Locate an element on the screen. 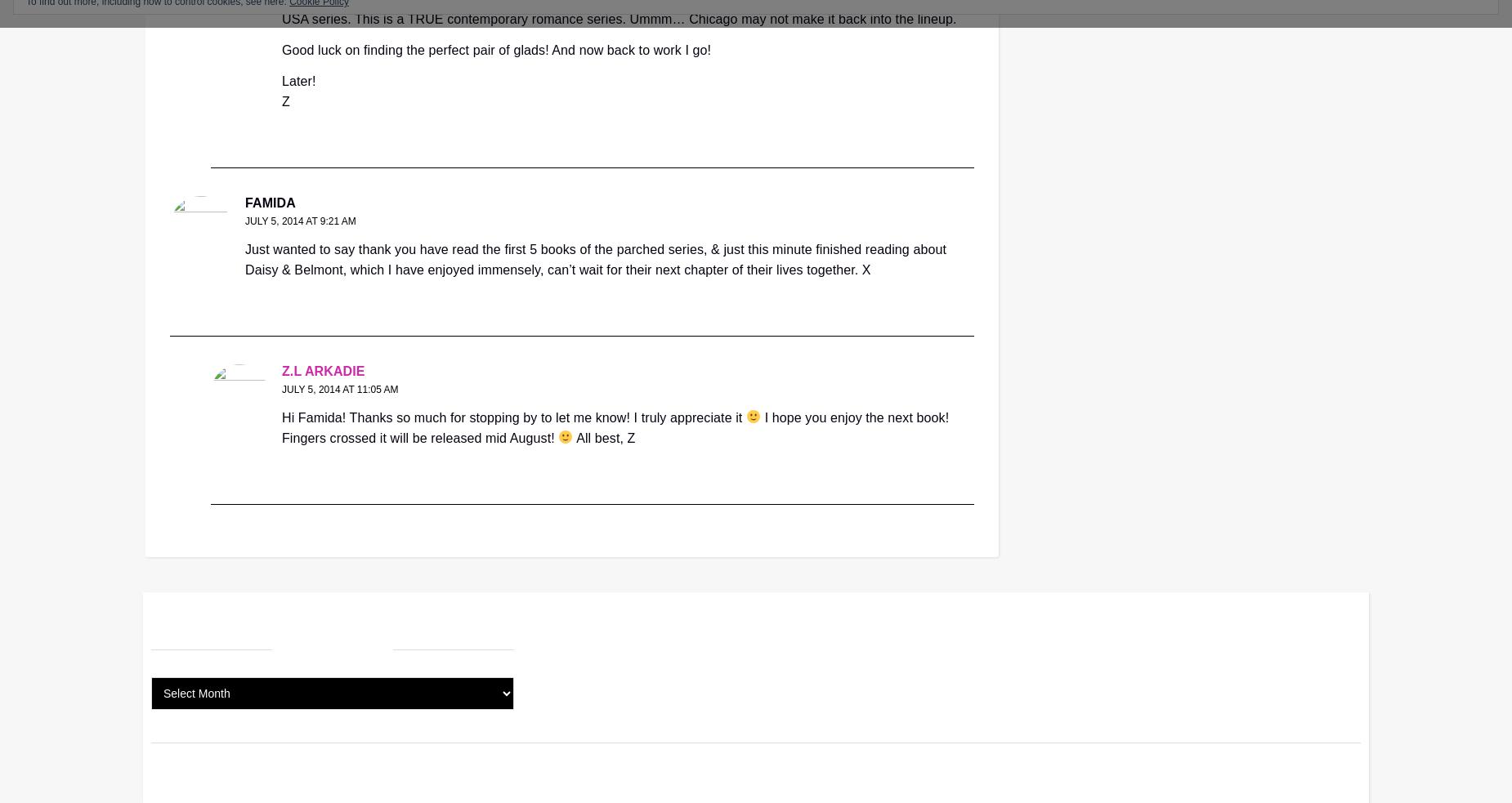 This screenshot has height=803, width=1512. 'Hi Famida! Thanks so much for stopping by to let me know! I truly appreciate it' is located at coordinates (513, 417).